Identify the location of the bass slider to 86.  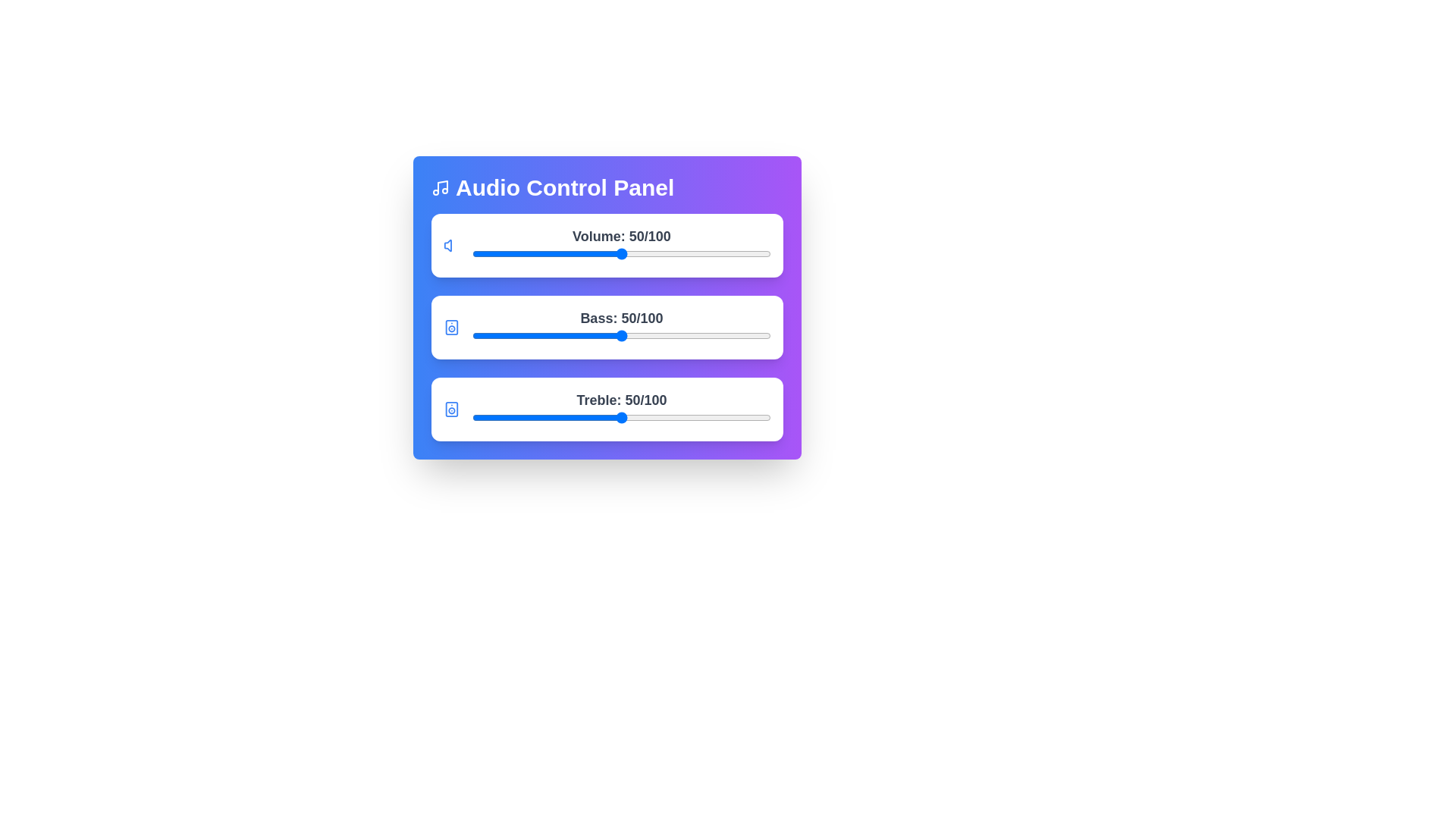
(729, 335).